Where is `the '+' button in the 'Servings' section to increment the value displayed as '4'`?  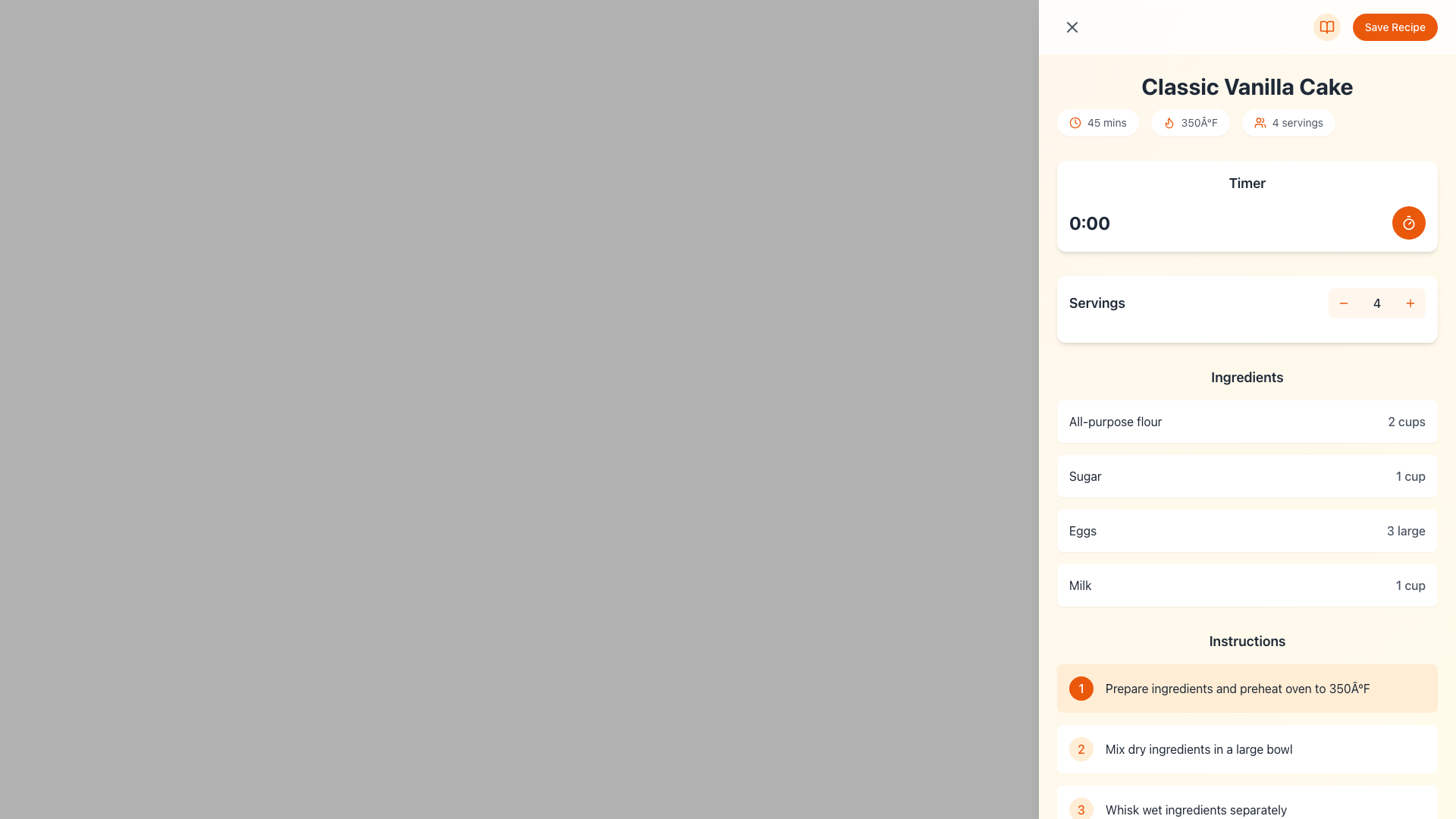
the '+' button in the 'Servings' section to increment the value displayed as '4' is located at coordinates (1410, 303).